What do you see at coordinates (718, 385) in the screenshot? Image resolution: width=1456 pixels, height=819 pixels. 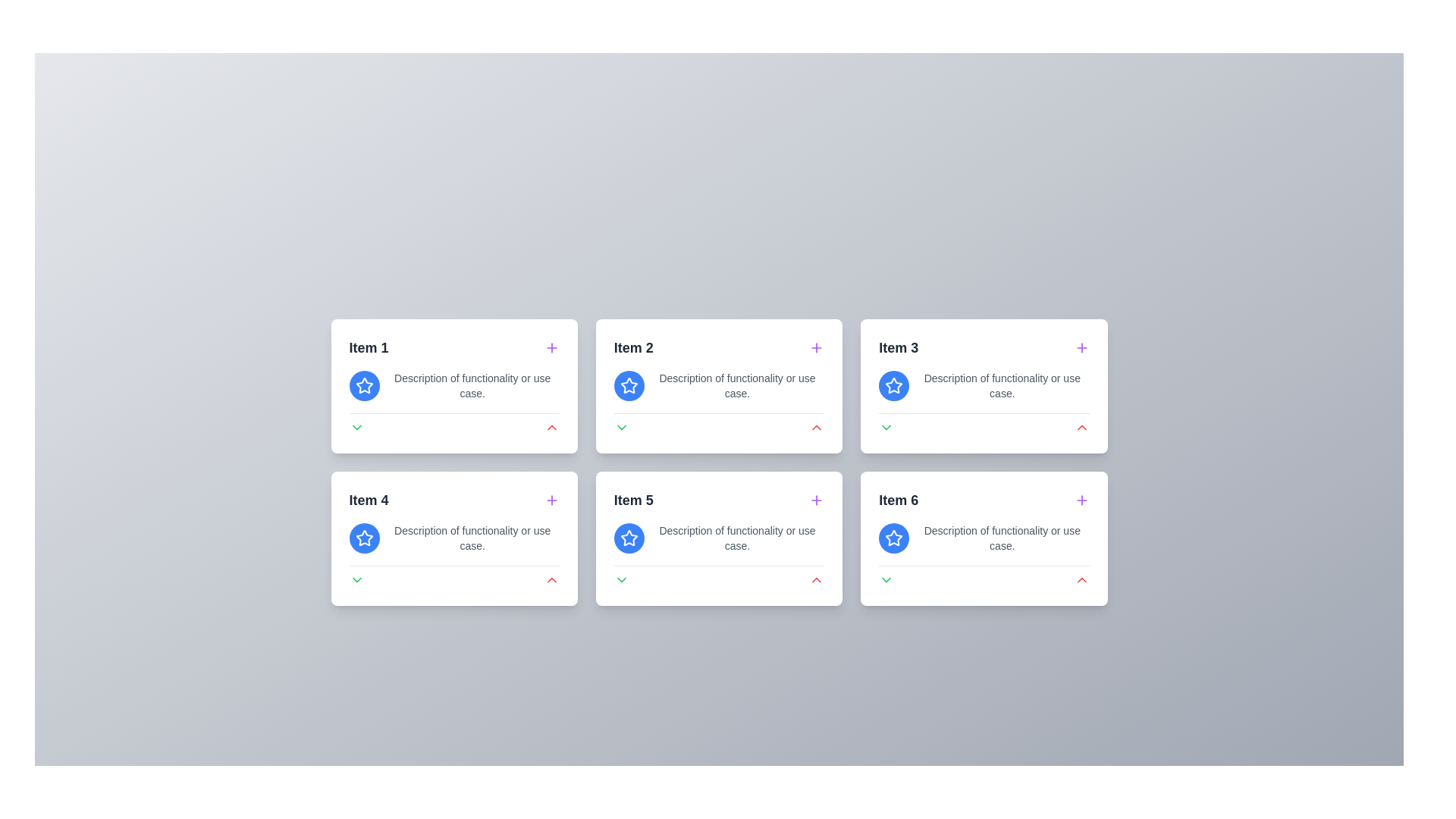 I see `the informational card displaying the title 'Item 2', which is the second card in the first row of the grid layout` at bounding box center [718, 385].